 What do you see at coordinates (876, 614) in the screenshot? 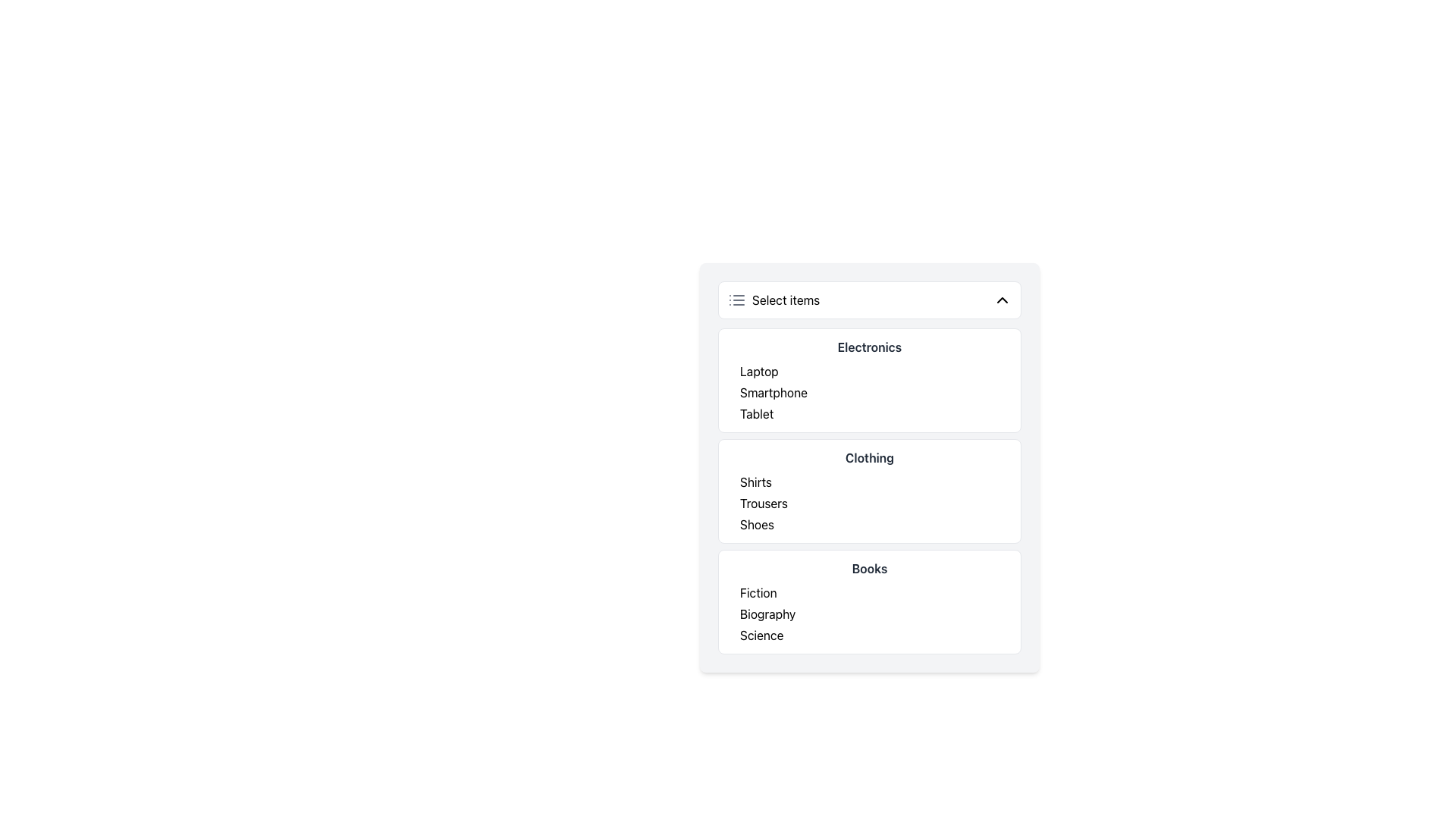
I see `the 'Biography' option in the selectable list of categories under the 'Books' category` at bounding box center [876, 614].